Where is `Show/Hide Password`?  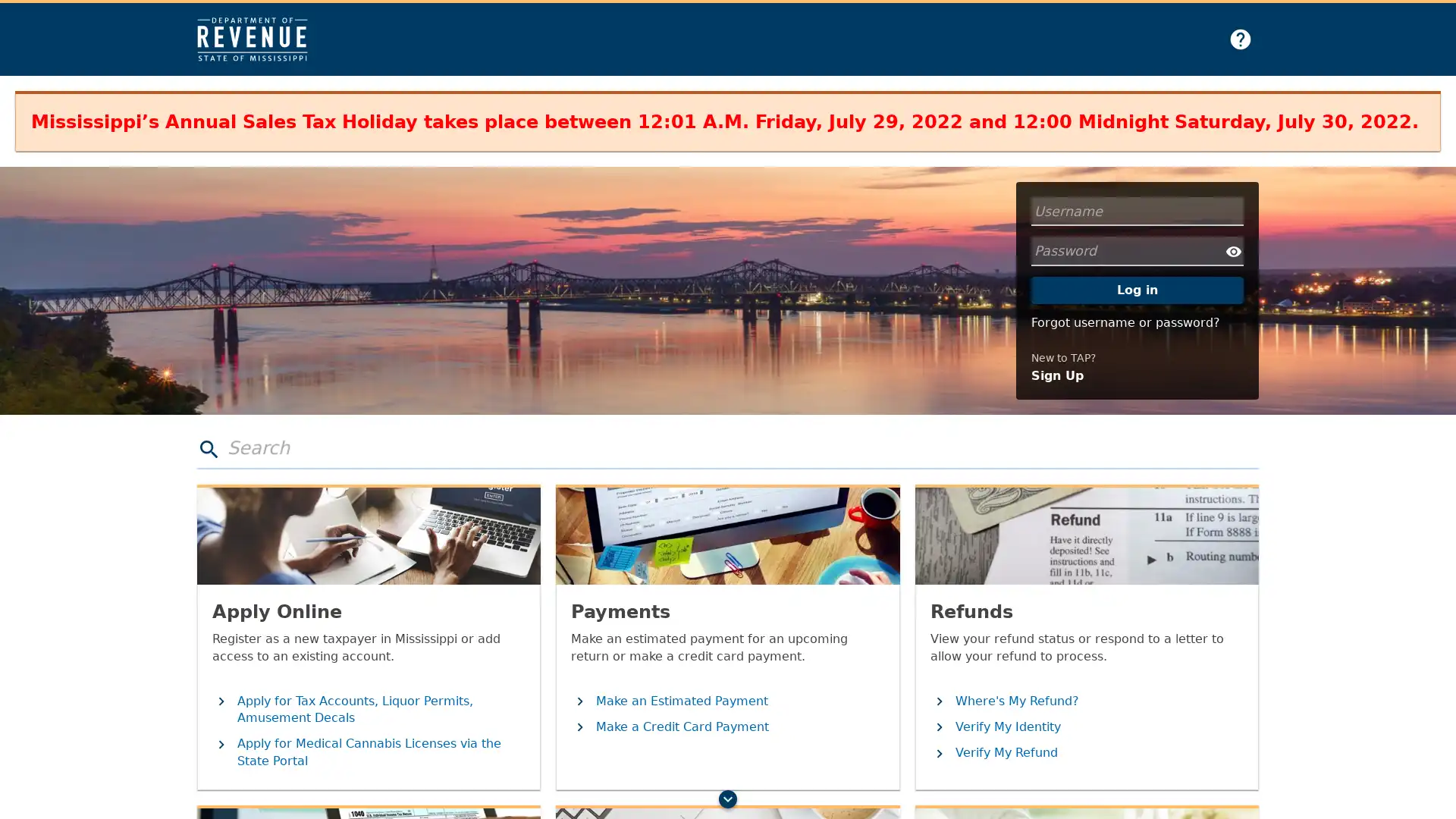 Show/Hide Password is located at coordinates (1234, 250).